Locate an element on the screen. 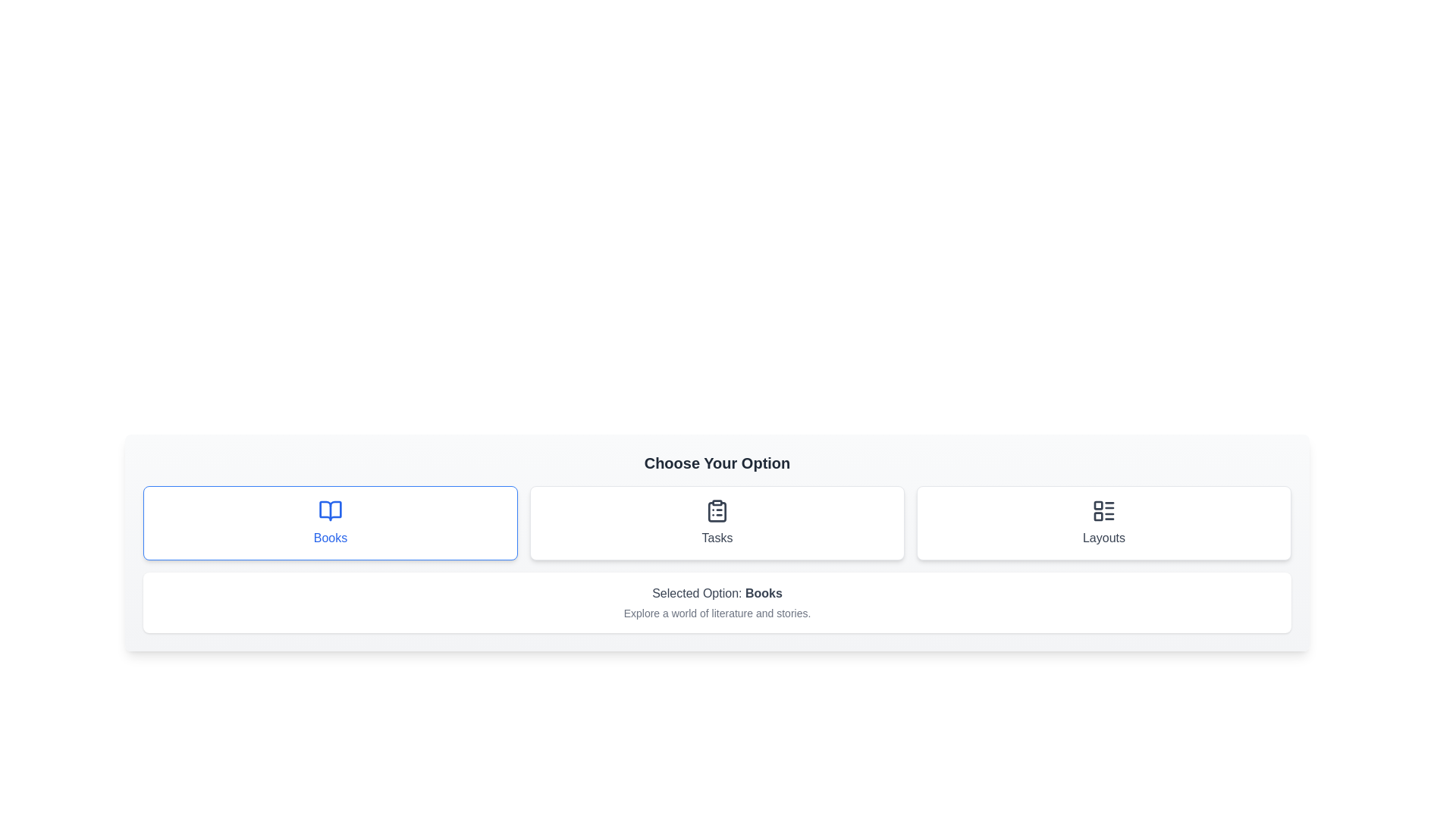 The height and width of the screenshot is (819, 1456). the clipboard icon located in the 'Tasks' option card is located at coordinates (716, 511).